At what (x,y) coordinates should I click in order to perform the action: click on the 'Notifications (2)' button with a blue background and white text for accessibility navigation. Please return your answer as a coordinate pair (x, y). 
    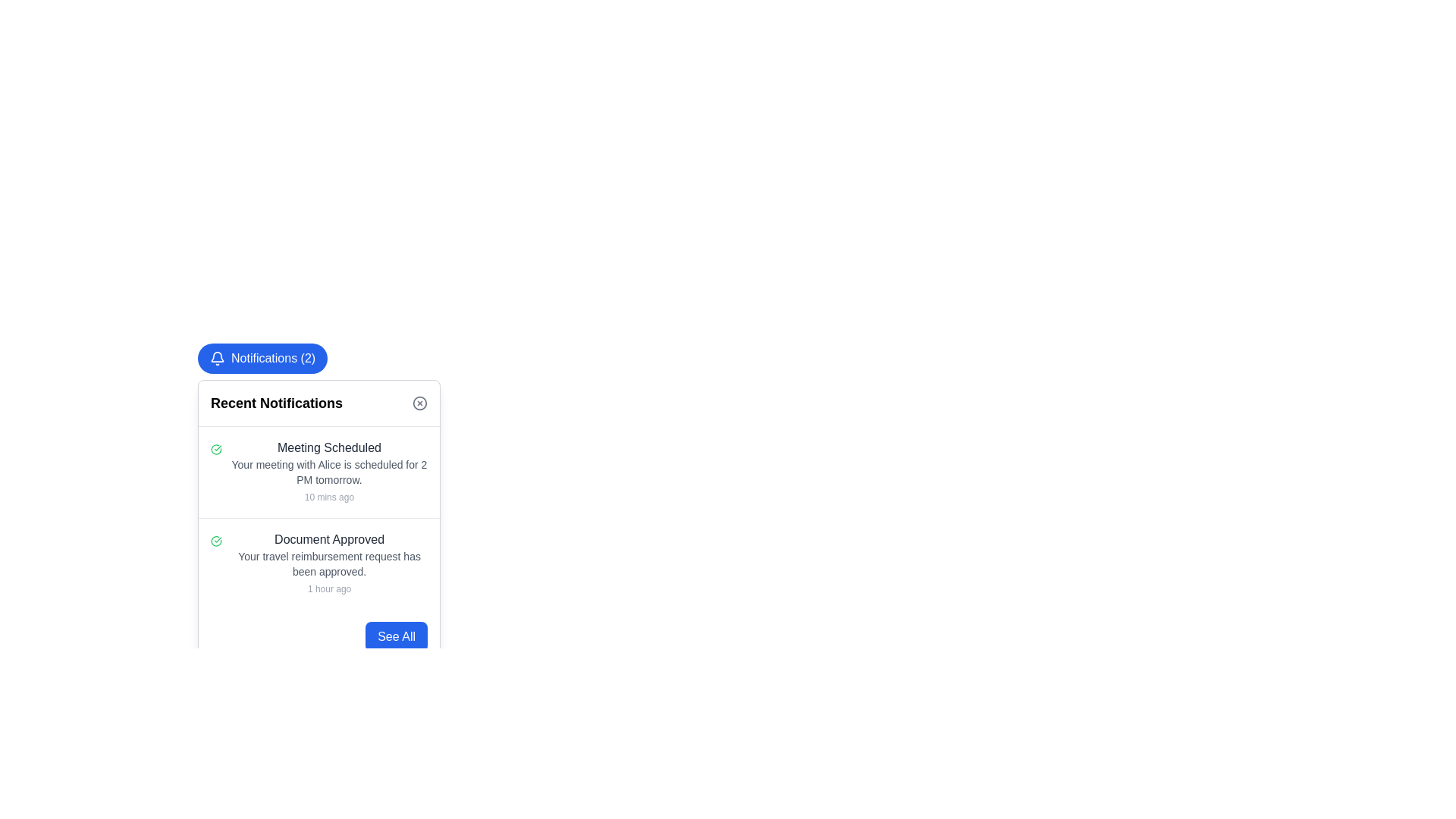
    Looking at the image, I should click on (262, 359).